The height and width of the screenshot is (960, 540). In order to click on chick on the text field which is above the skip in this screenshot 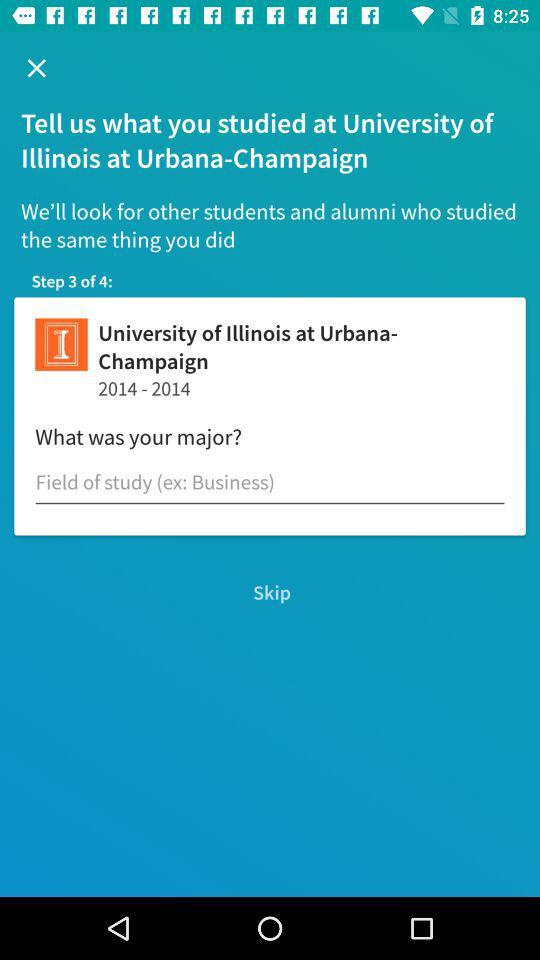, I will do `click(270, 482)`.